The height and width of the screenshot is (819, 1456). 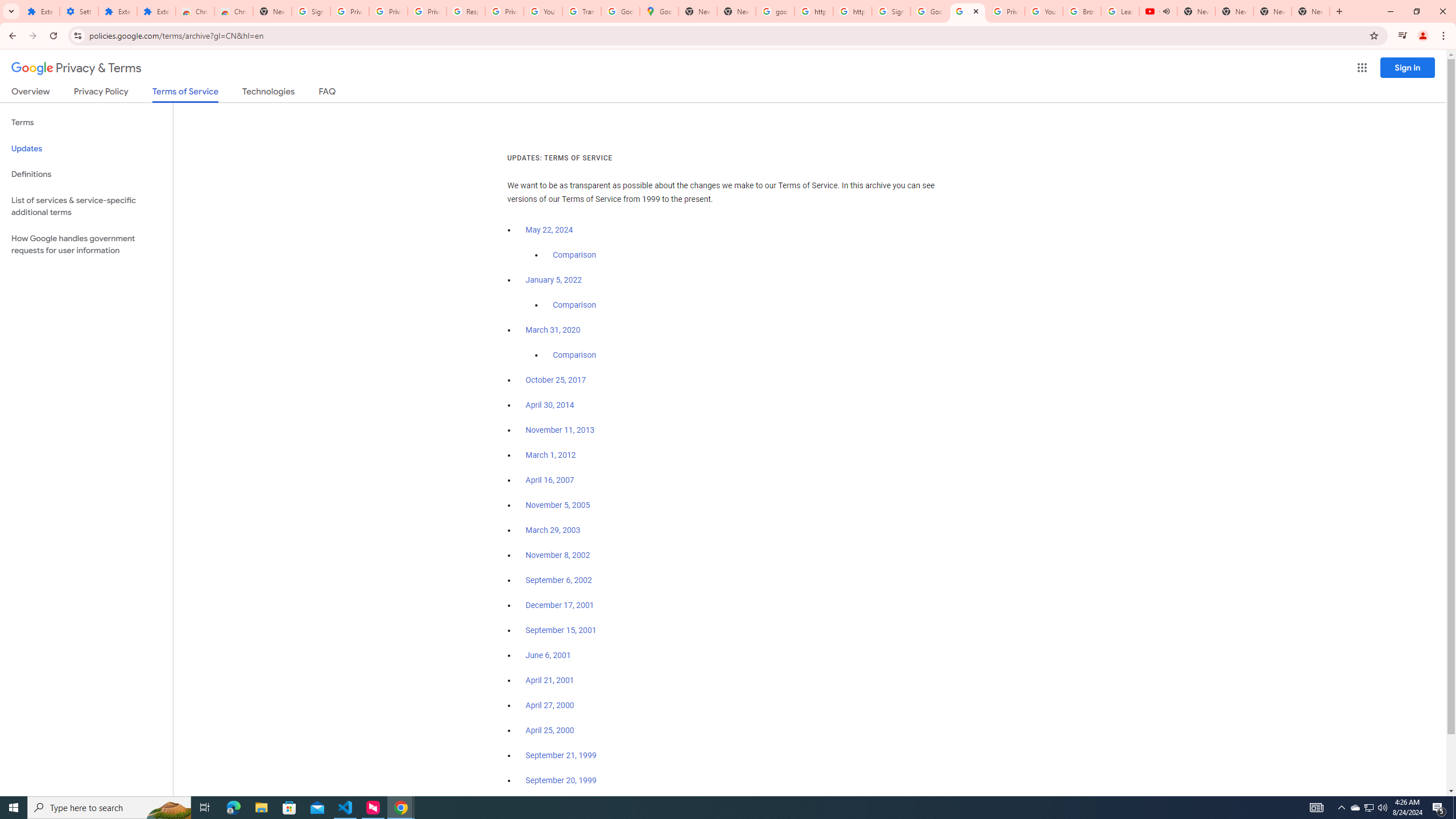 What do you see at coordinates (6, 5) in the screenshot?
I see `'System'` at bounding box center [6, 5].